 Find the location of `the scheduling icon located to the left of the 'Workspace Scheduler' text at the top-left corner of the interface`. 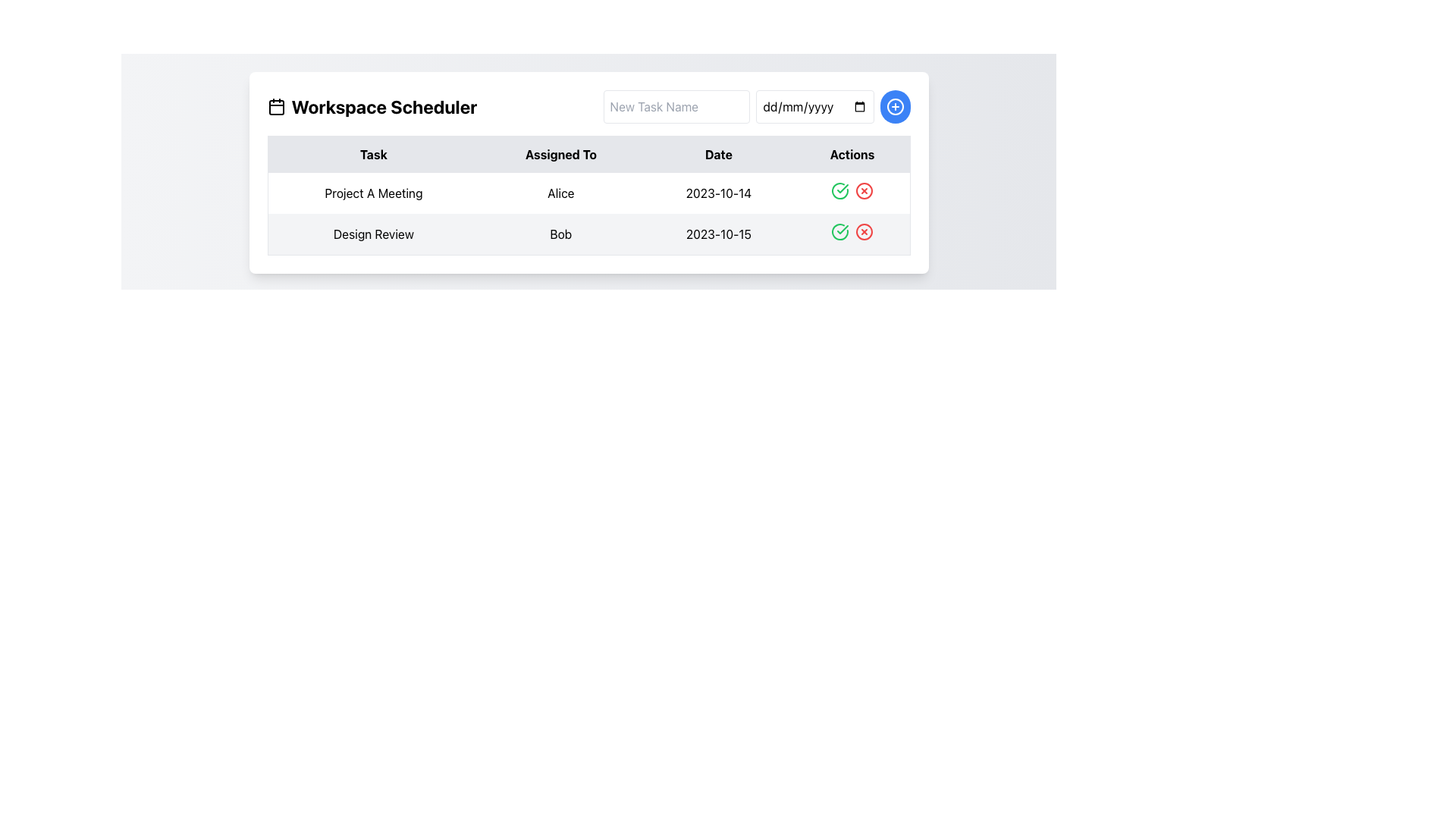

the scheduling icon located to the left of the 'Workspace Scheduler' text at the top-left corner of the interface is located at coordinates (276, 106).